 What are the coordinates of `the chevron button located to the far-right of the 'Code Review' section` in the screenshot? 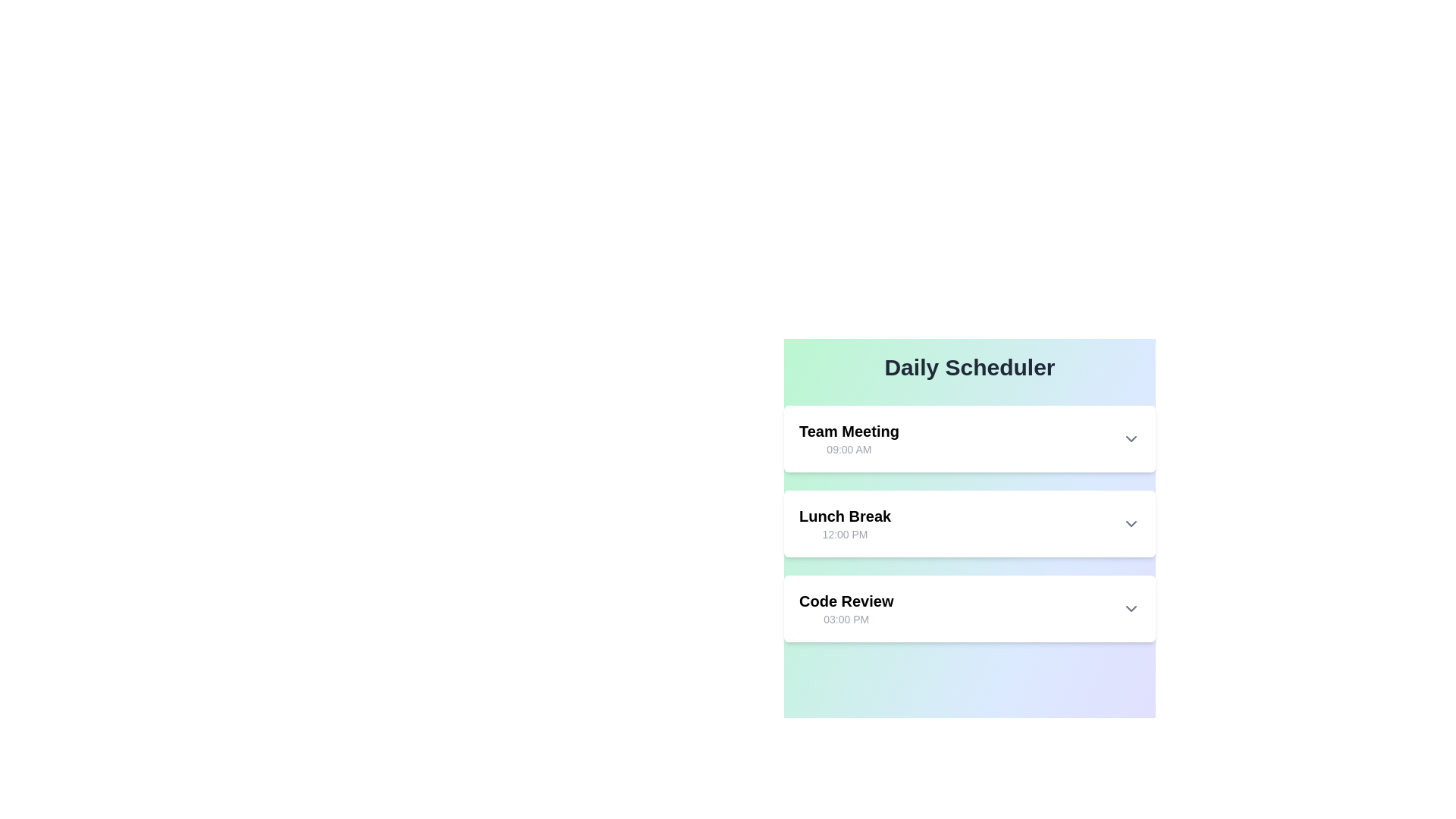 It's located at (1131, 607).